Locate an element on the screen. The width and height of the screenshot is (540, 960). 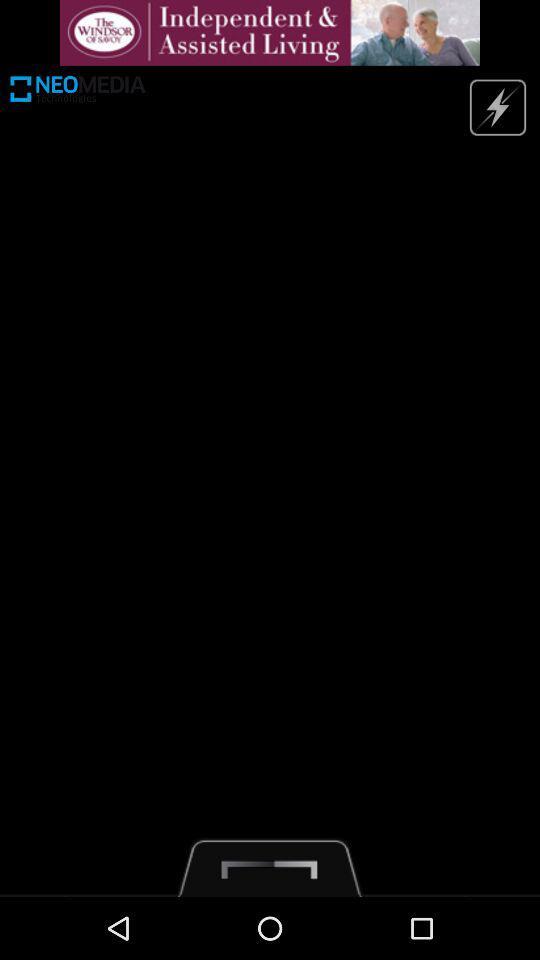
notifications is located at coordinates (270, 31).